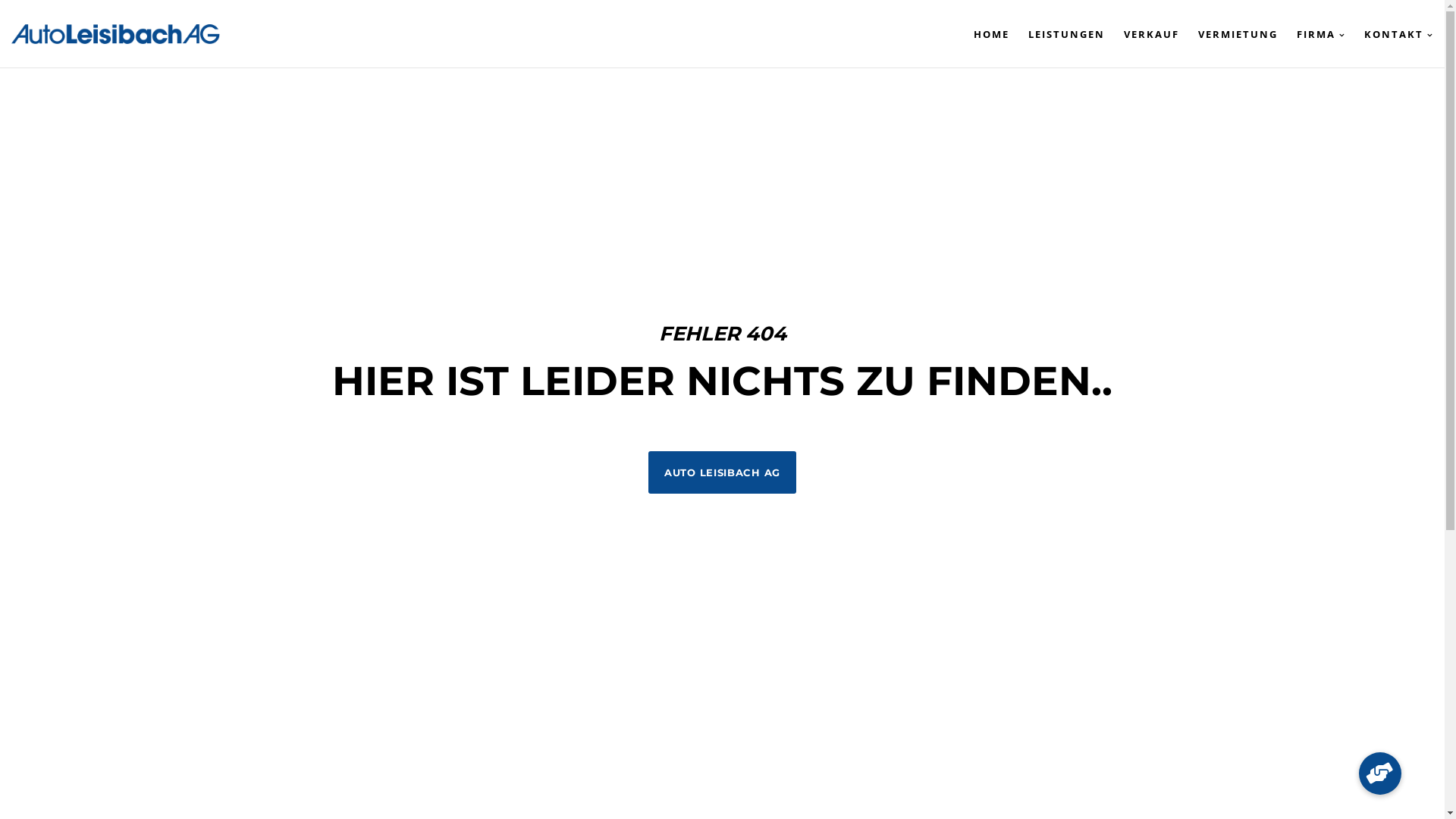 The width and height of the screenshot is (1456, 819). What do you see at coordinates (721, 472) in the screenshot?
I see `'AUTO LEISIBACH AG'` at bounding box center [721, 472].